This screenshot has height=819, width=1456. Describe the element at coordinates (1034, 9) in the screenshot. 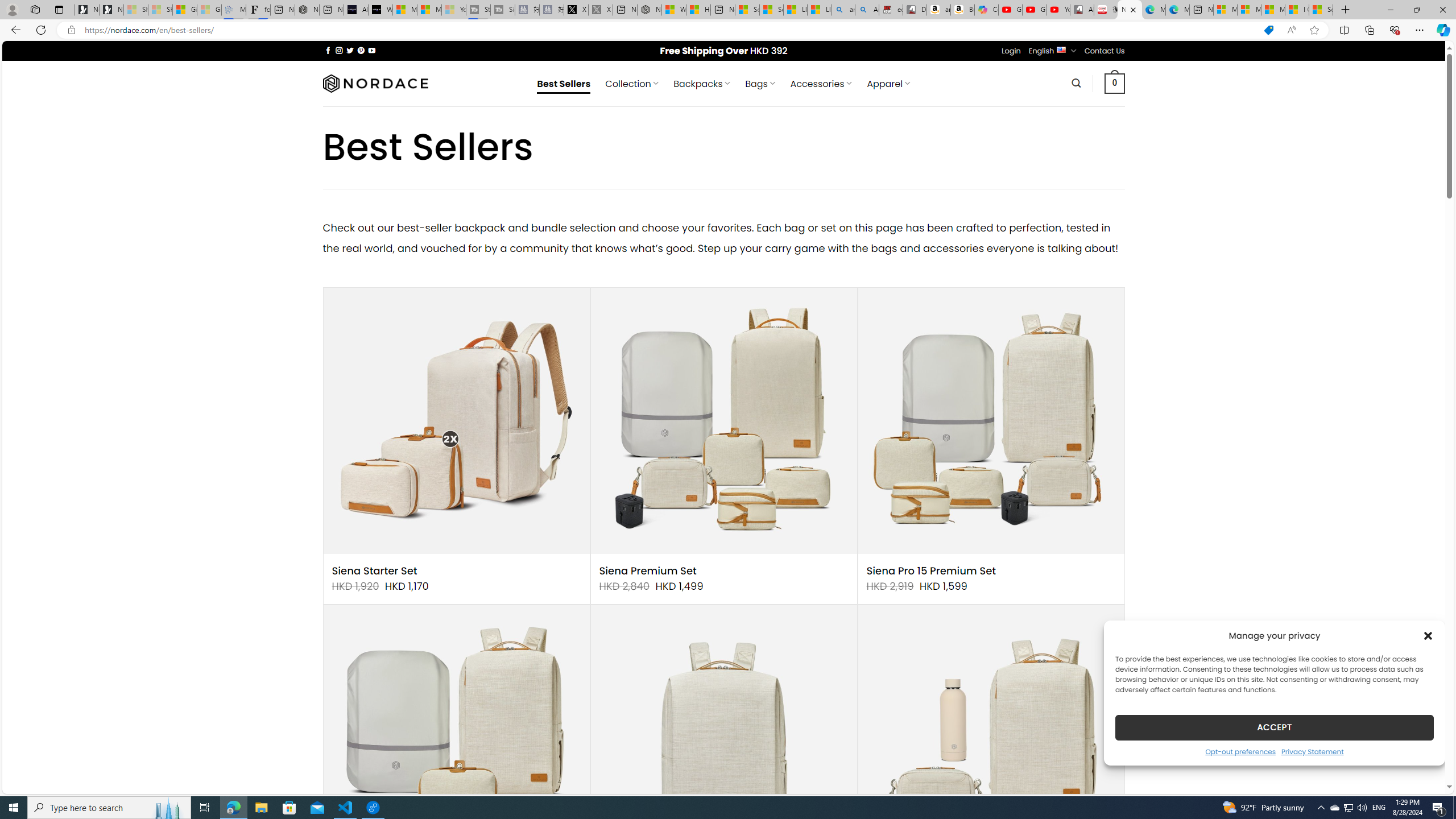

I see `'Gloom - YouTube'` at that location.